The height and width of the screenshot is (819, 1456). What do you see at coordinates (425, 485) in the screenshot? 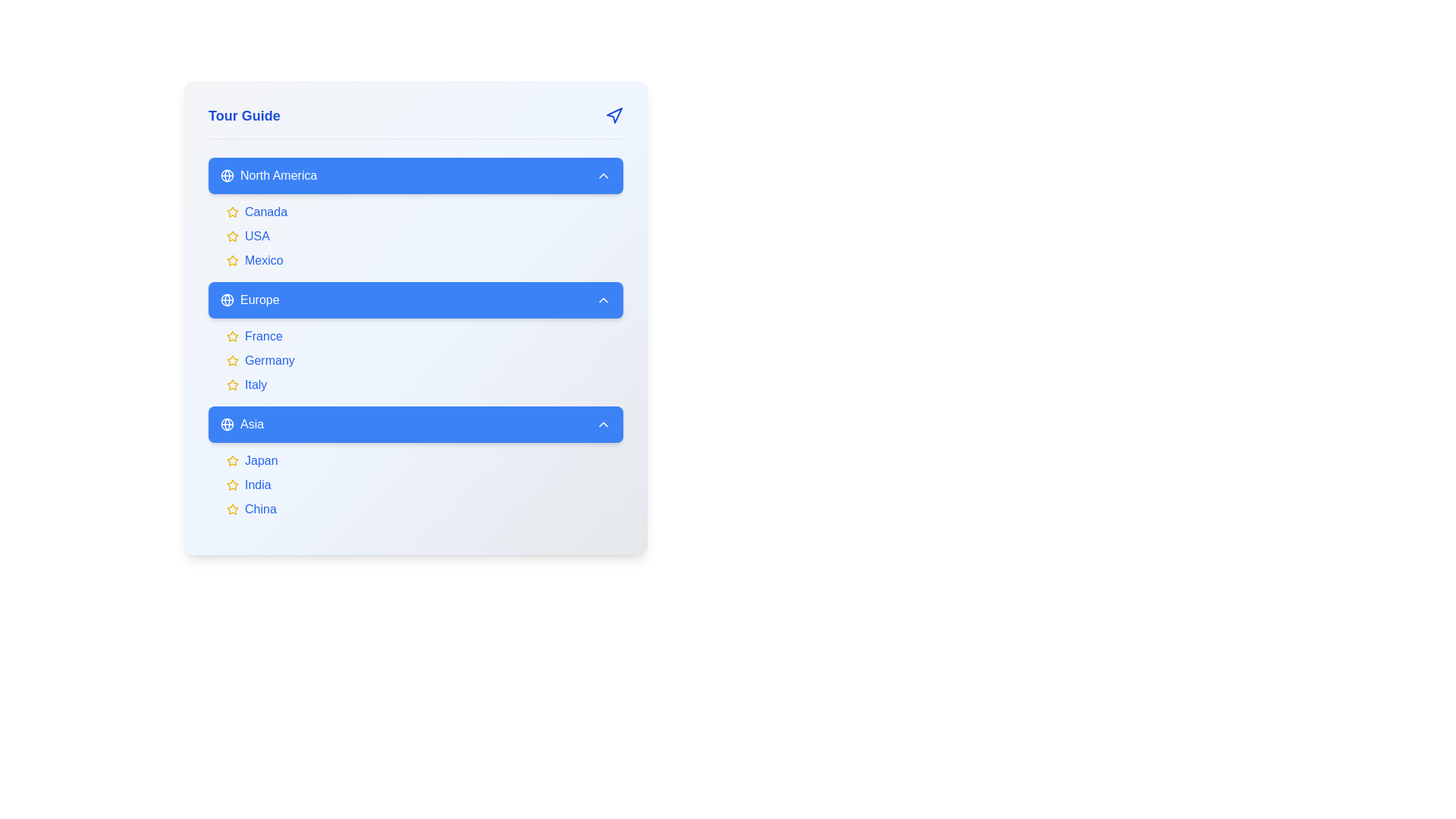
I see `the hyperlinked list item for 'India' located in the 'Asia' section of the 'Tour Guide' menu` at bounding box center [425, 485].